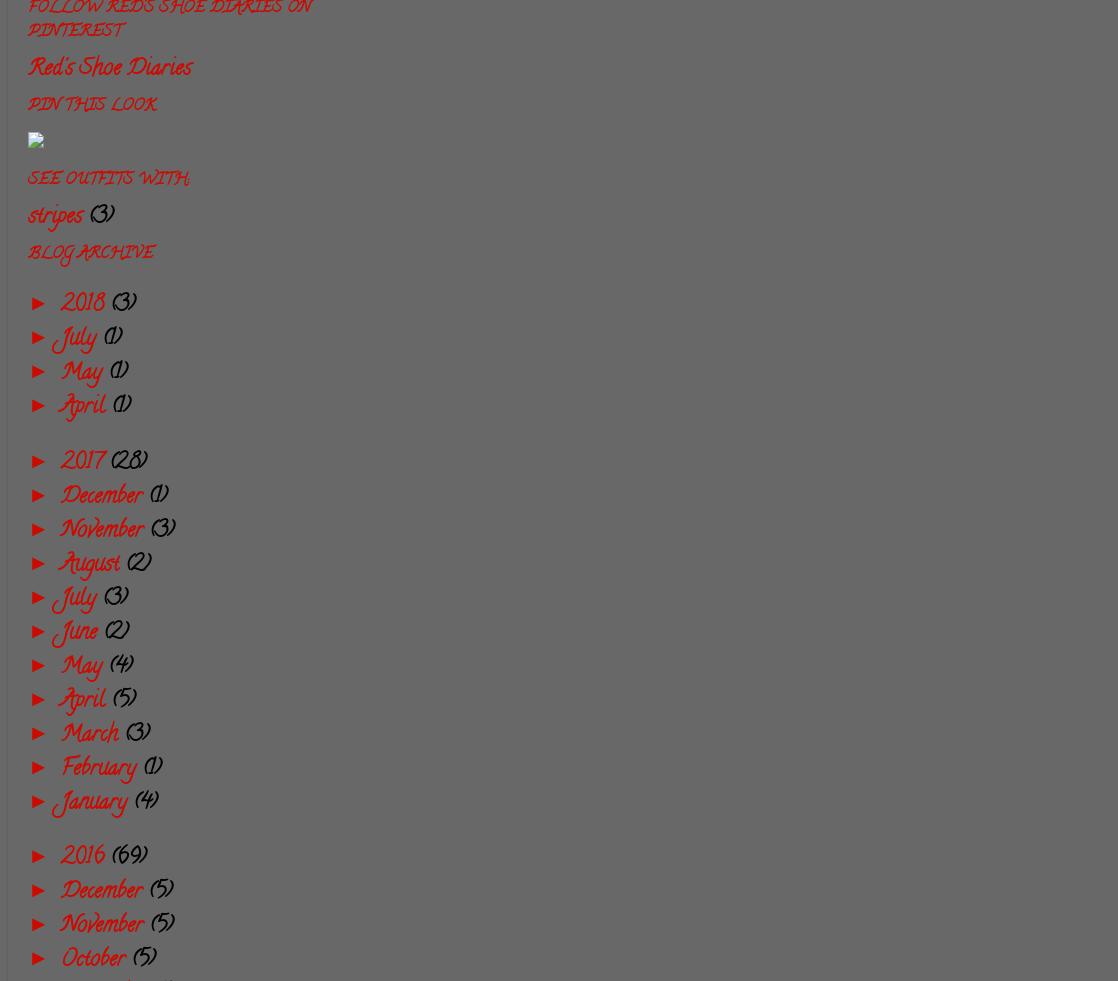 The width and height of the screenshot is (1118, 981). I want to click on 'January', so click(97, 803).